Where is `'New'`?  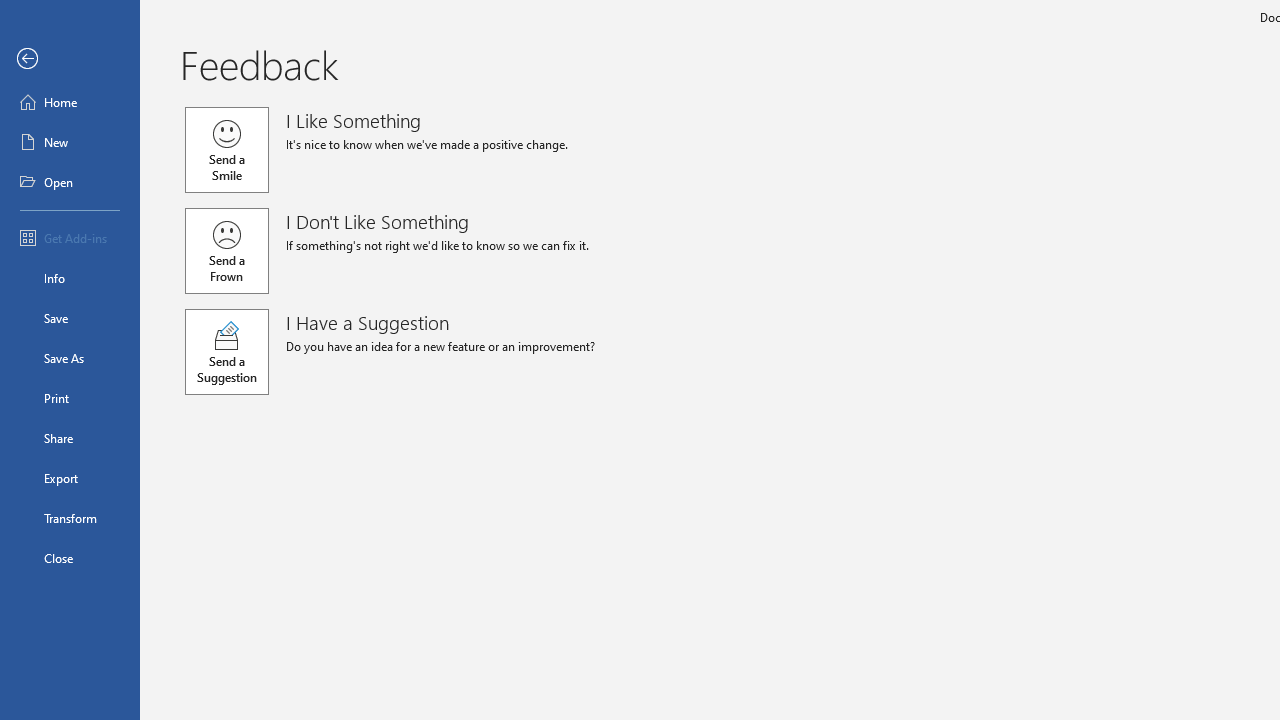 'New' is located at coordinates (69, 140).